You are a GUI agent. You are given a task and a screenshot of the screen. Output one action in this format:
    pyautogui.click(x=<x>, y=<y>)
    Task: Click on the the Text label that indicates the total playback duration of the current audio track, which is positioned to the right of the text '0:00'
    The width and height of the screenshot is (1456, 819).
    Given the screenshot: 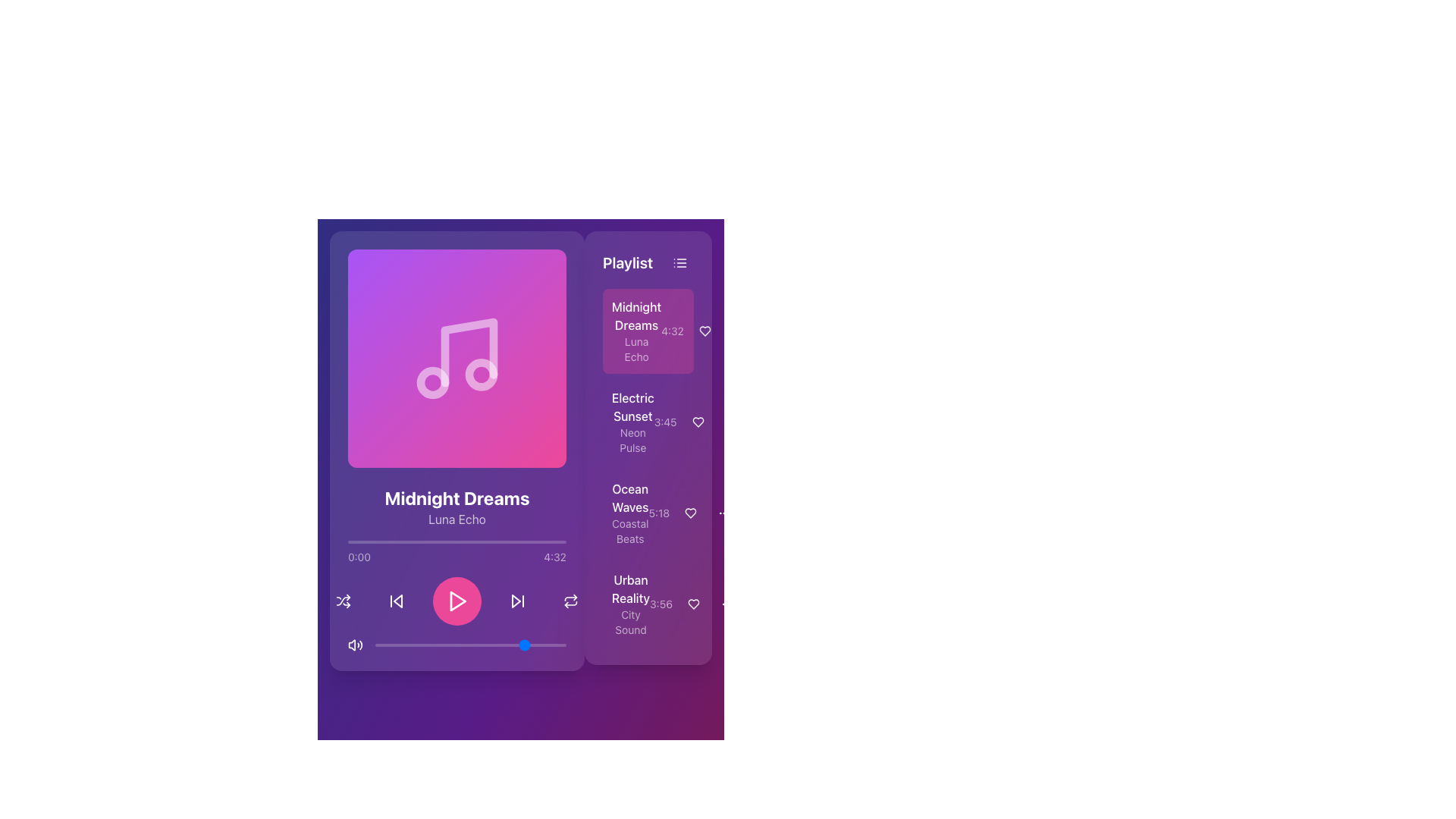 What is the action you would take?
    pyautogui.click(x=554, y=557)
    